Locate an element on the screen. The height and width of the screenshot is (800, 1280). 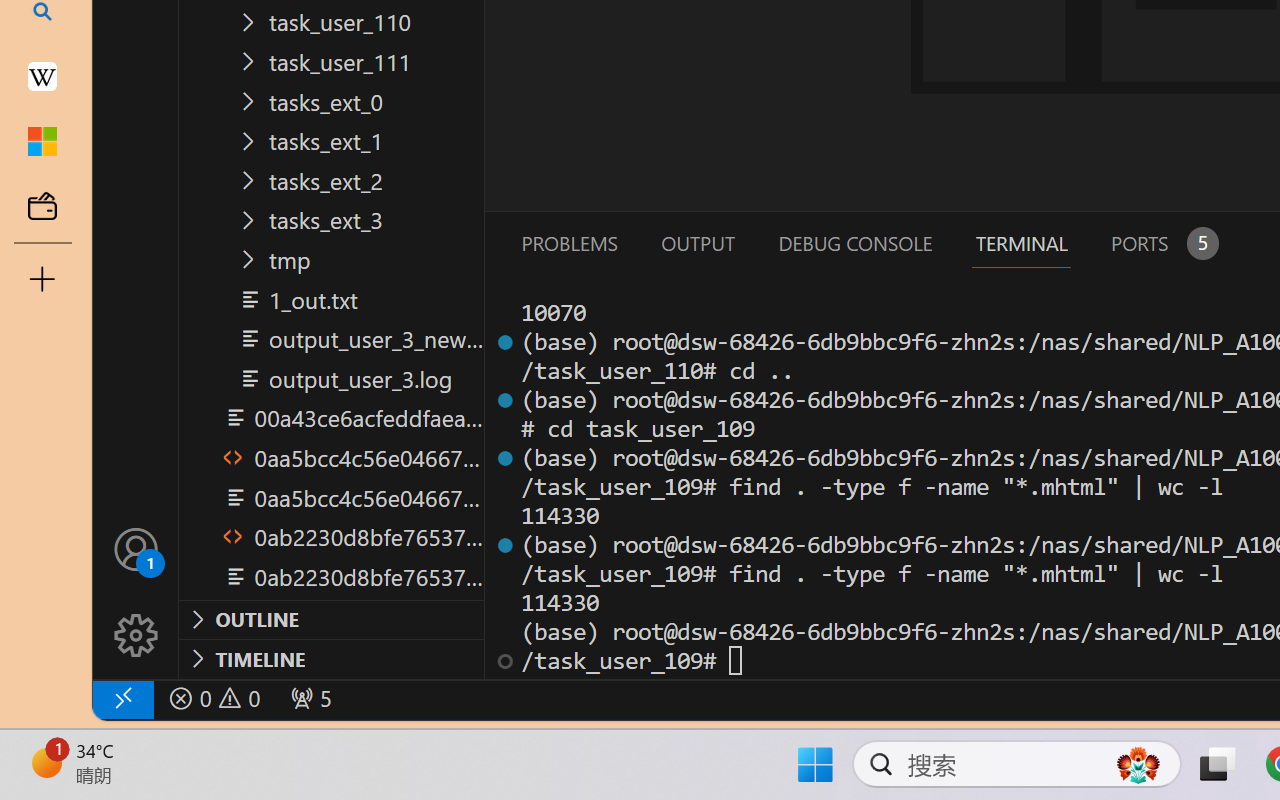
'Output (Ctrl+Shift+U)' is located at coordinates (696, 242).